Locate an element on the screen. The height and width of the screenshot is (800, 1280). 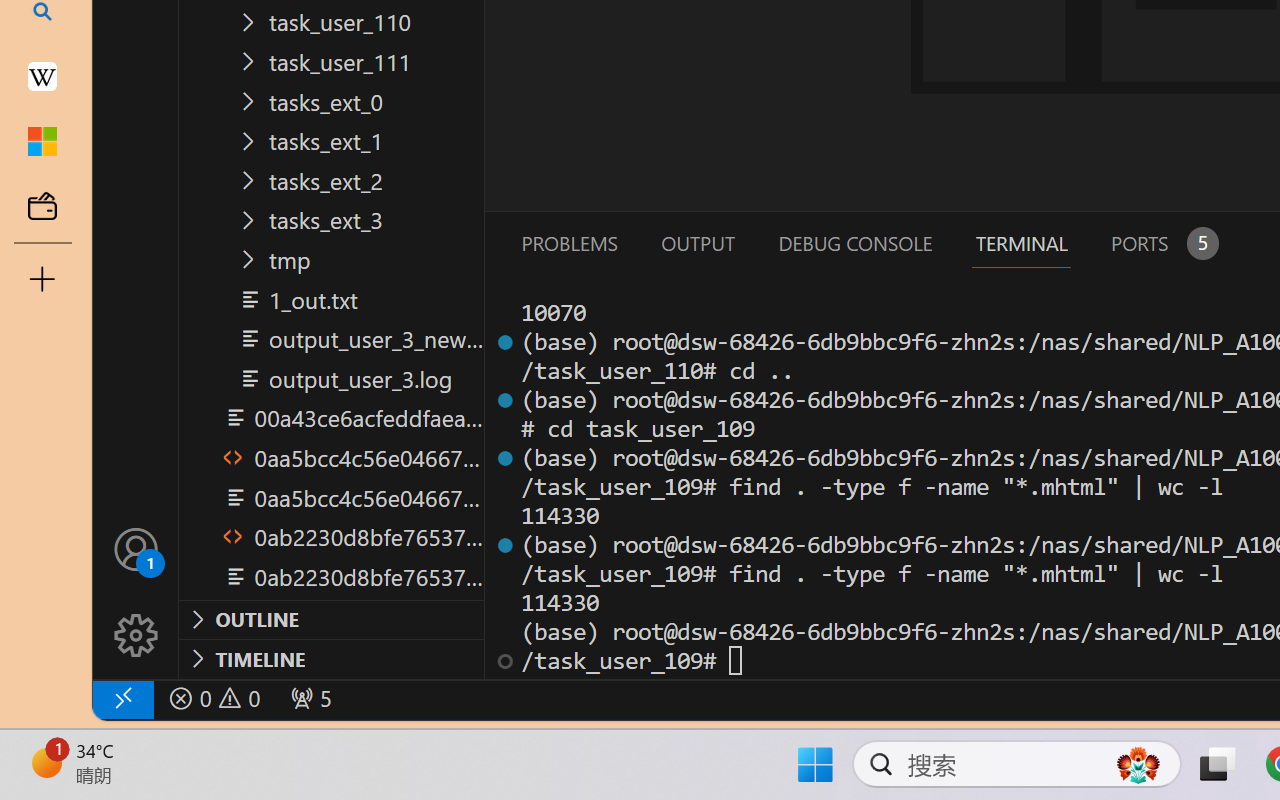
'Output (Ctrl+Shift+U)' is located at coordinates (696, 242).